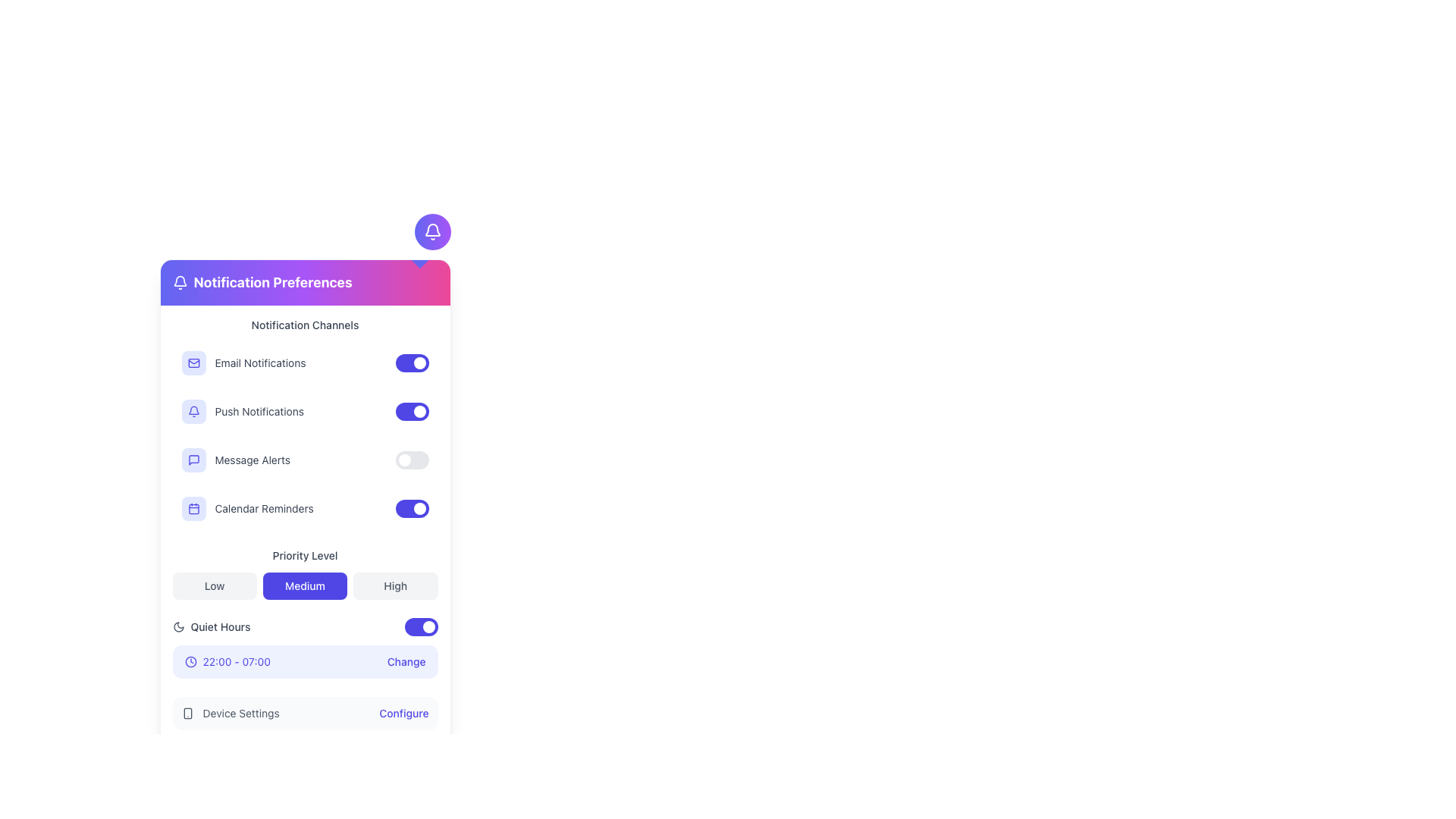 The height and width of the screenshot is (819, 1456). What do you see at coordinates (431, 231) in the screenshot?
I see `the bell icon located in the upper-right portion of the interface above the 'Notification Preferences' section` at bounding box center [431, 231].